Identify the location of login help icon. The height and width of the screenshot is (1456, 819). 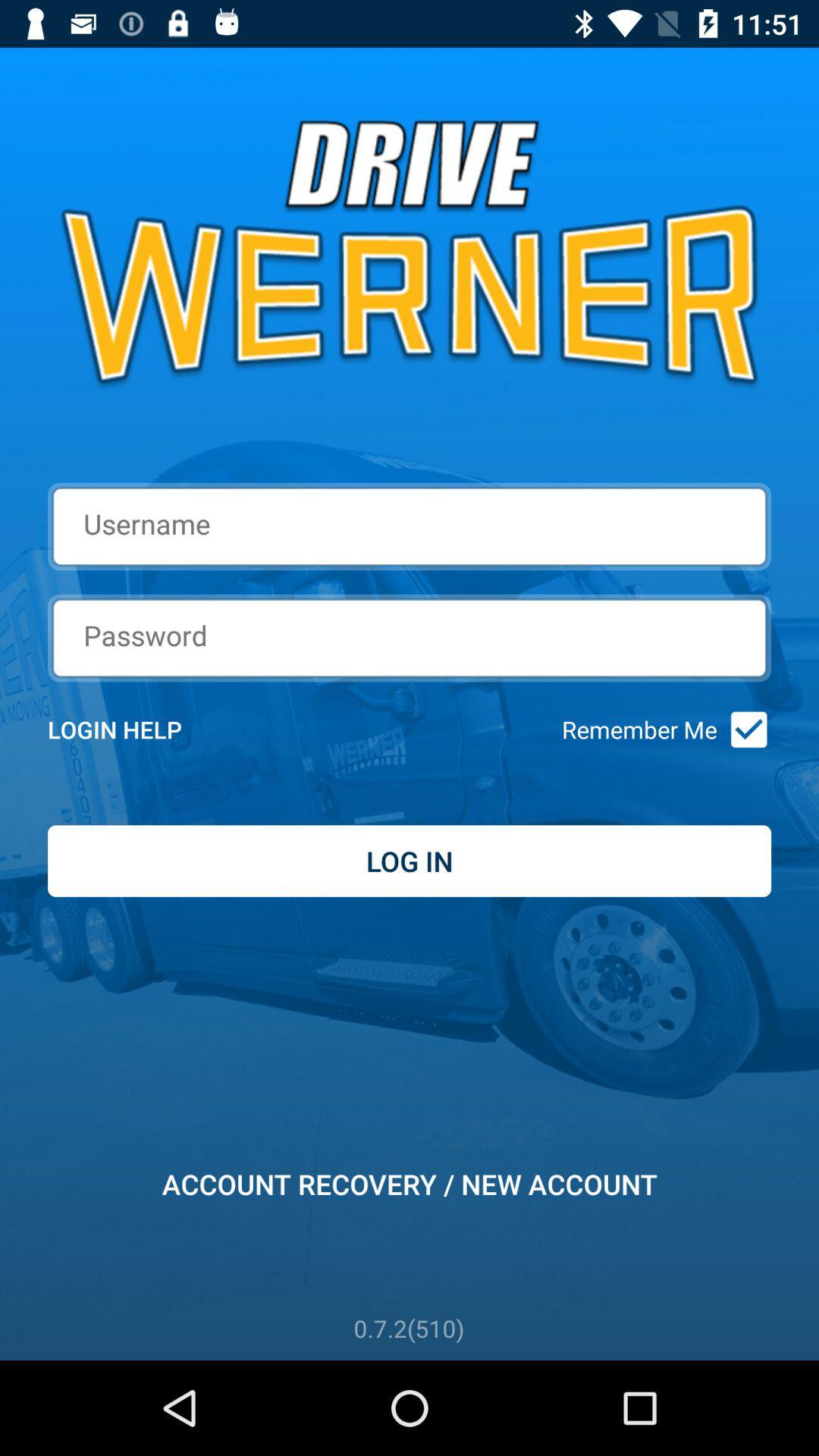
(134, 730).